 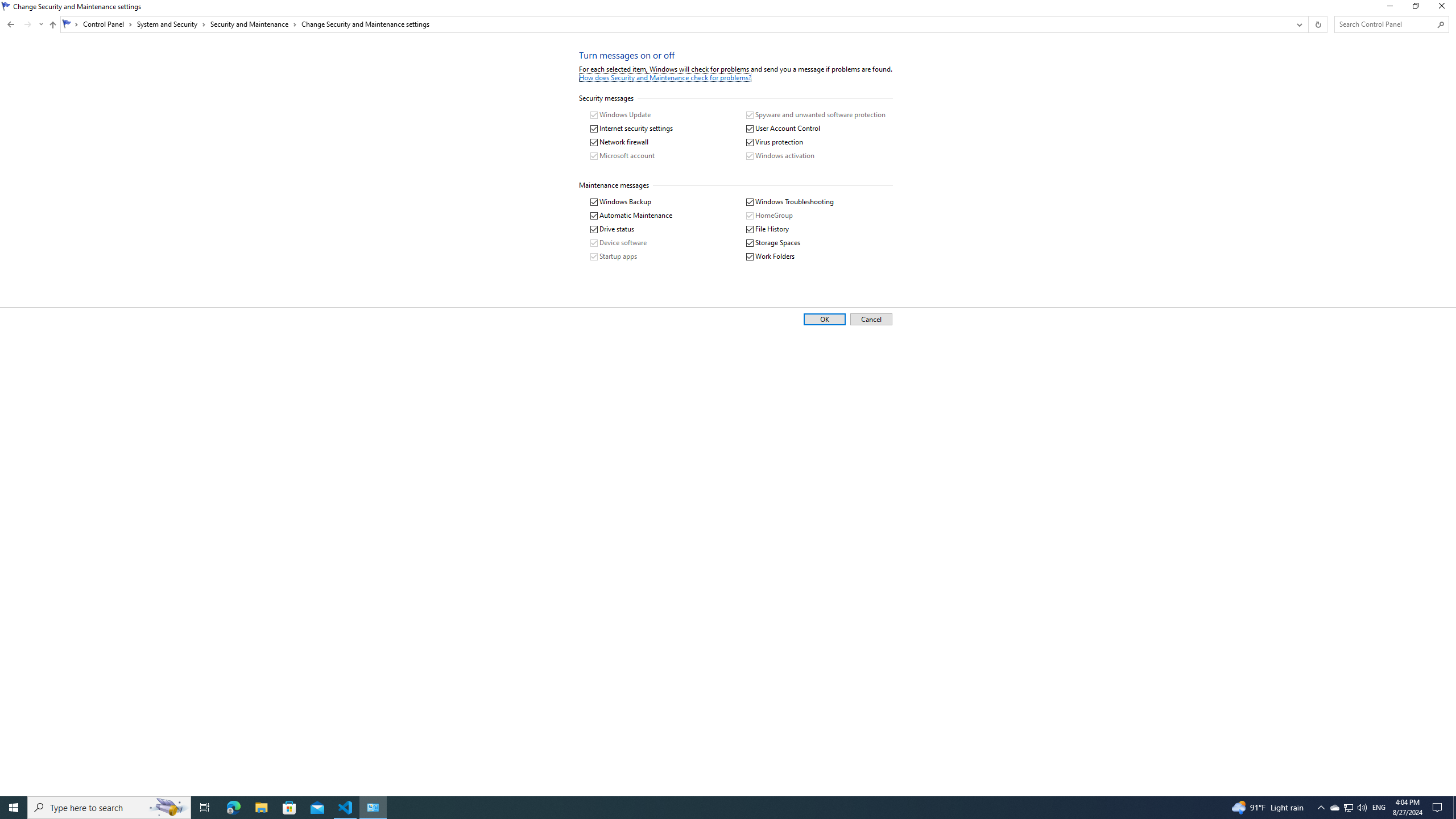 What do you see at coordinates (619, 242) in the screenshot?
I see `'Device software'` at bounding box center [619, 242].